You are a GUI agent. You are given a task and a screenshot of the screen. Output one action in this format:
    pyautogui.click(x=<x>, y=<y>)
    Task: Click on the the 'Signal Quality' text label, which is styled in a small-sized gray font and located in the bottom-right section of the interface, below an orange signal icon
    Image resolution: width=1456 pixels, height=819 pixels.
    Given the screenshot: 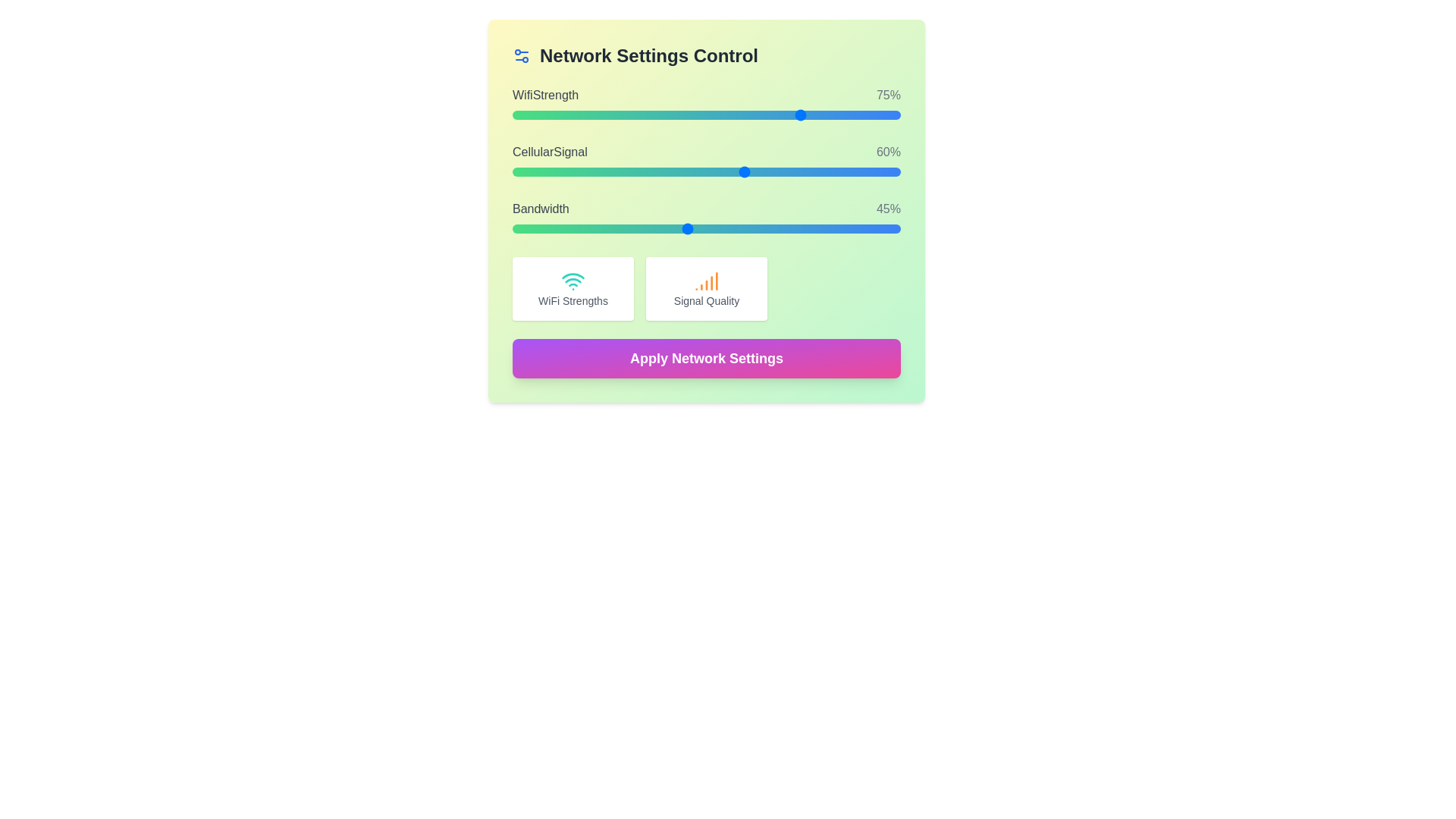 What is the action you would take?
    pyautogui.click(x=705, y=301)
    